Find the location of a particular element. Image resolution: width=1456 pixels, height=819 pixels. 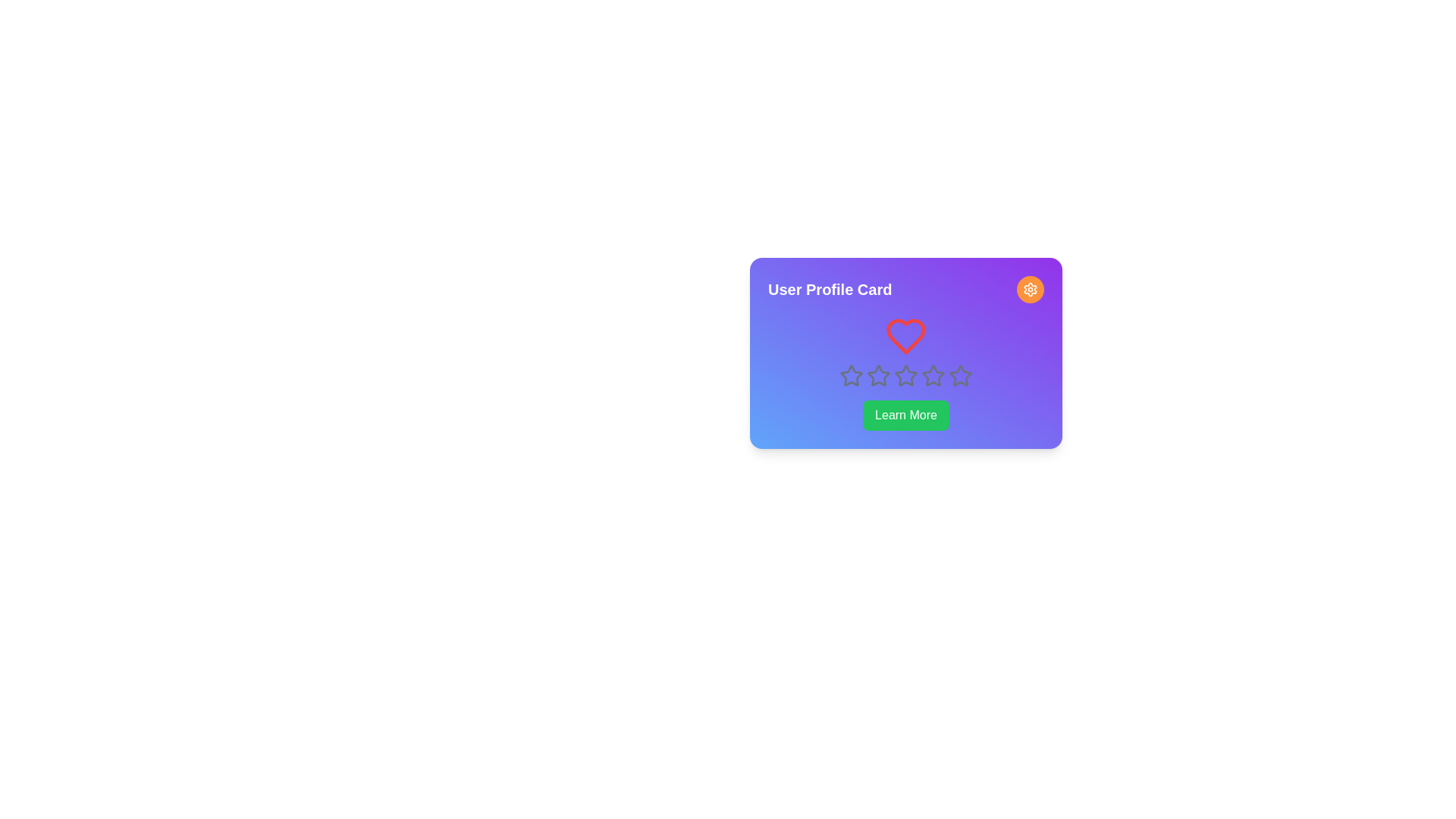

the third gray outlined star icon in the row of rating stars to rate it is located at coordinates (905, 375).